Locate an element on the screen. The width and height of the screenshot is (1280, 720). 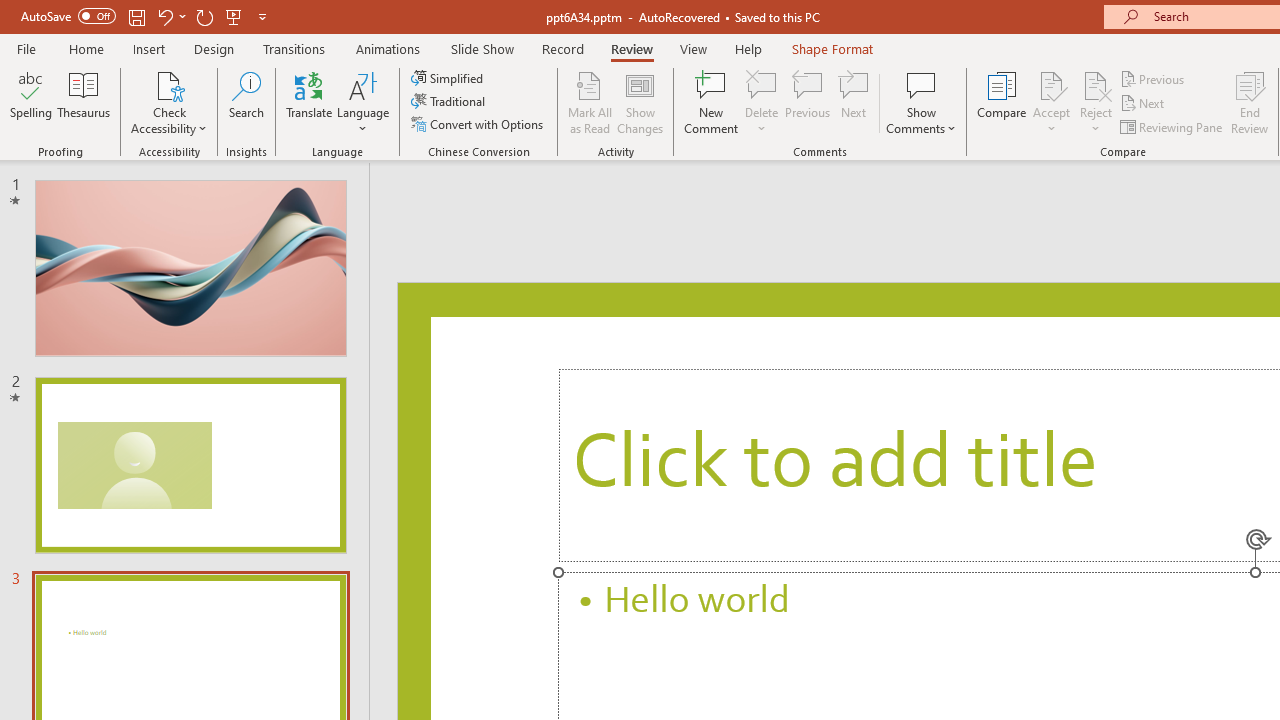
'Accept Change' is located at coordinates (1050, 84).